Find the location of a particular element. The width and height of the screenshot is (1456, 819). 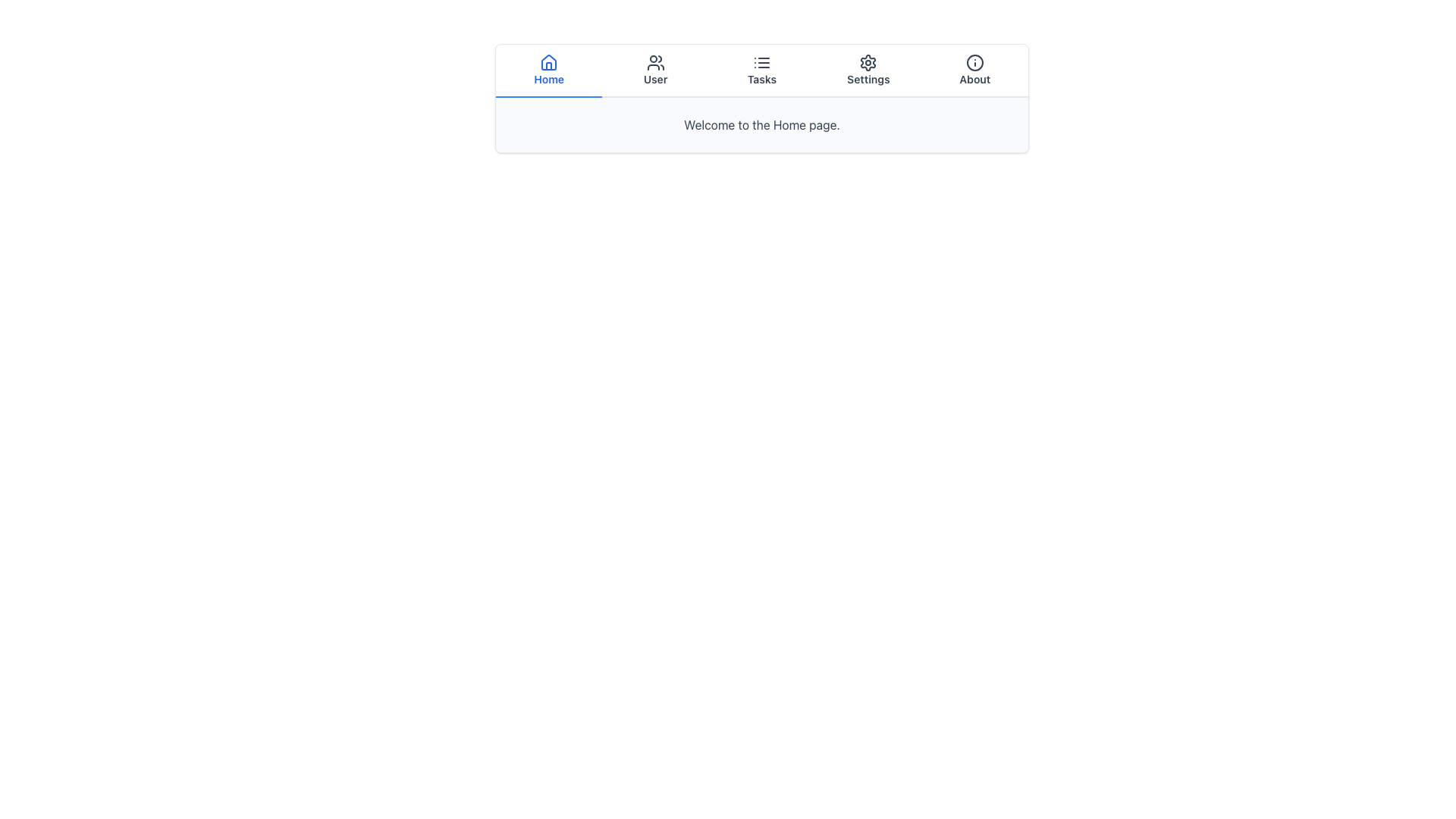

the 'Settings' text label in the header navigation menu is located at coordinates (868, 79).